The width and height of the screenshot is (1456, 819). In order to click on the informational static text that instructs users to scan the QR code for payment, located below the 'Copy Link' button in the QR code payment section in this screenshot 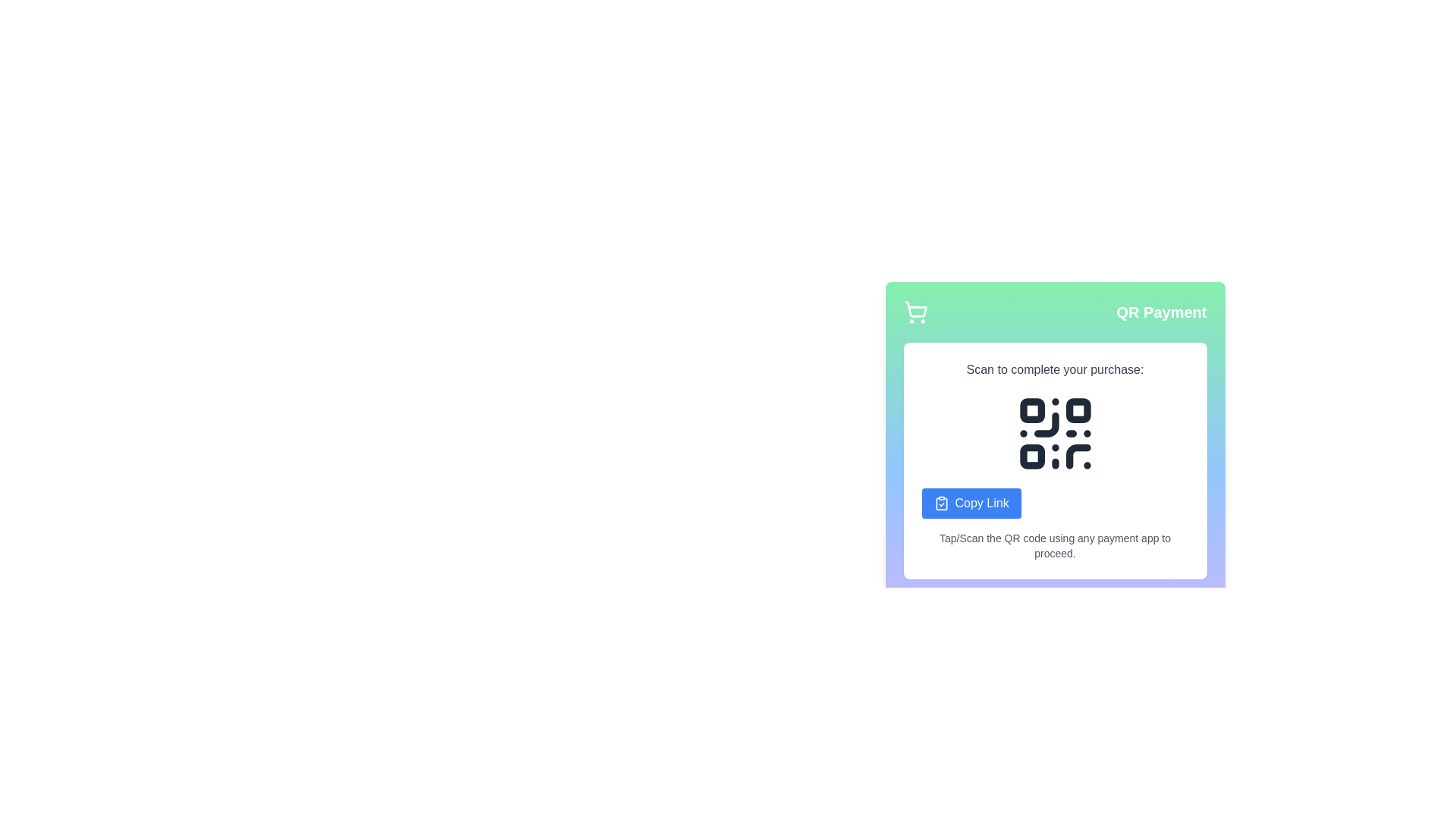, I will do `click(1054, 546)`.